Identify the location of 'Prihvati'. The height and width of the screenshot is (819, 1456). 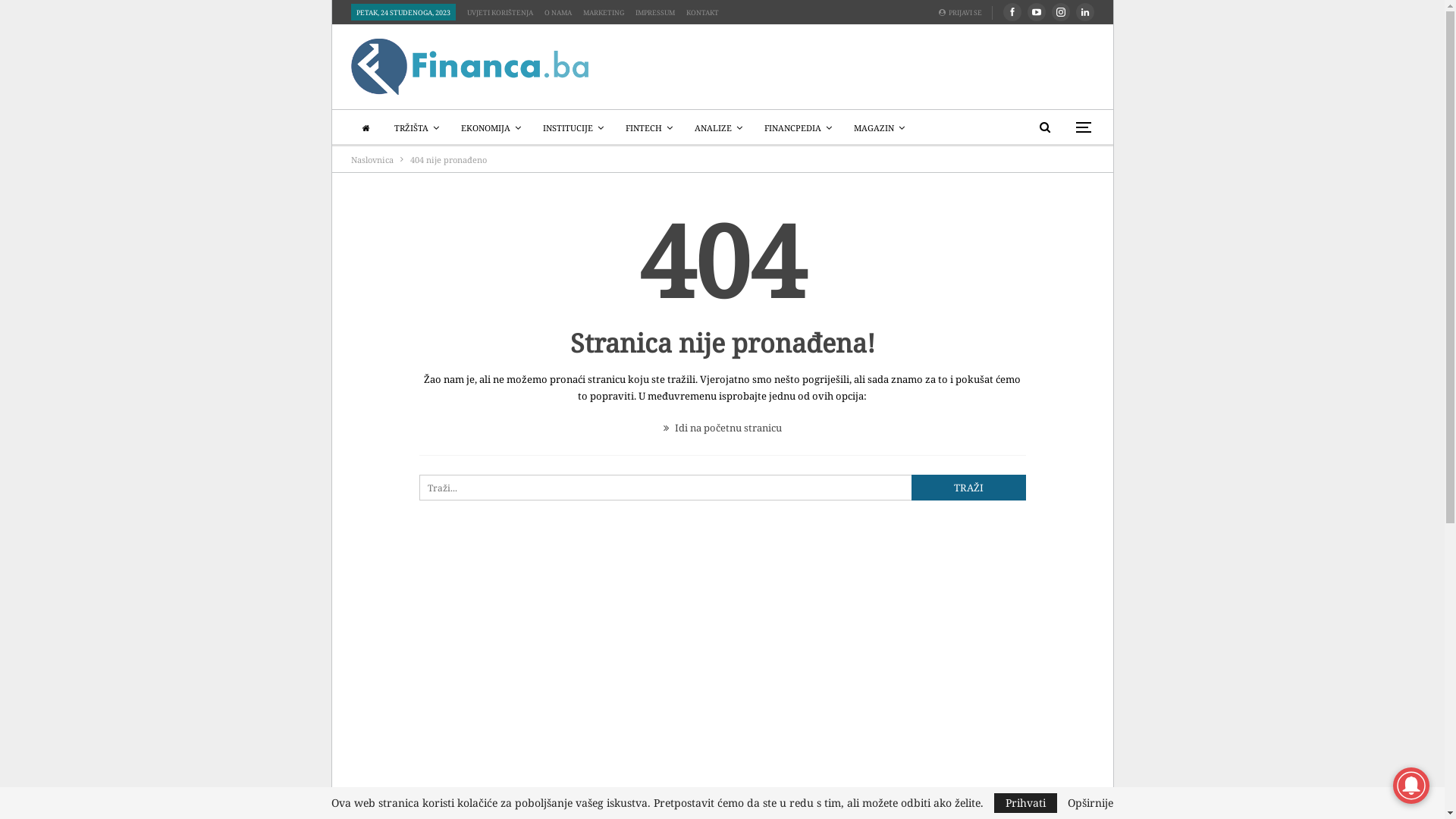
(1025, 802).